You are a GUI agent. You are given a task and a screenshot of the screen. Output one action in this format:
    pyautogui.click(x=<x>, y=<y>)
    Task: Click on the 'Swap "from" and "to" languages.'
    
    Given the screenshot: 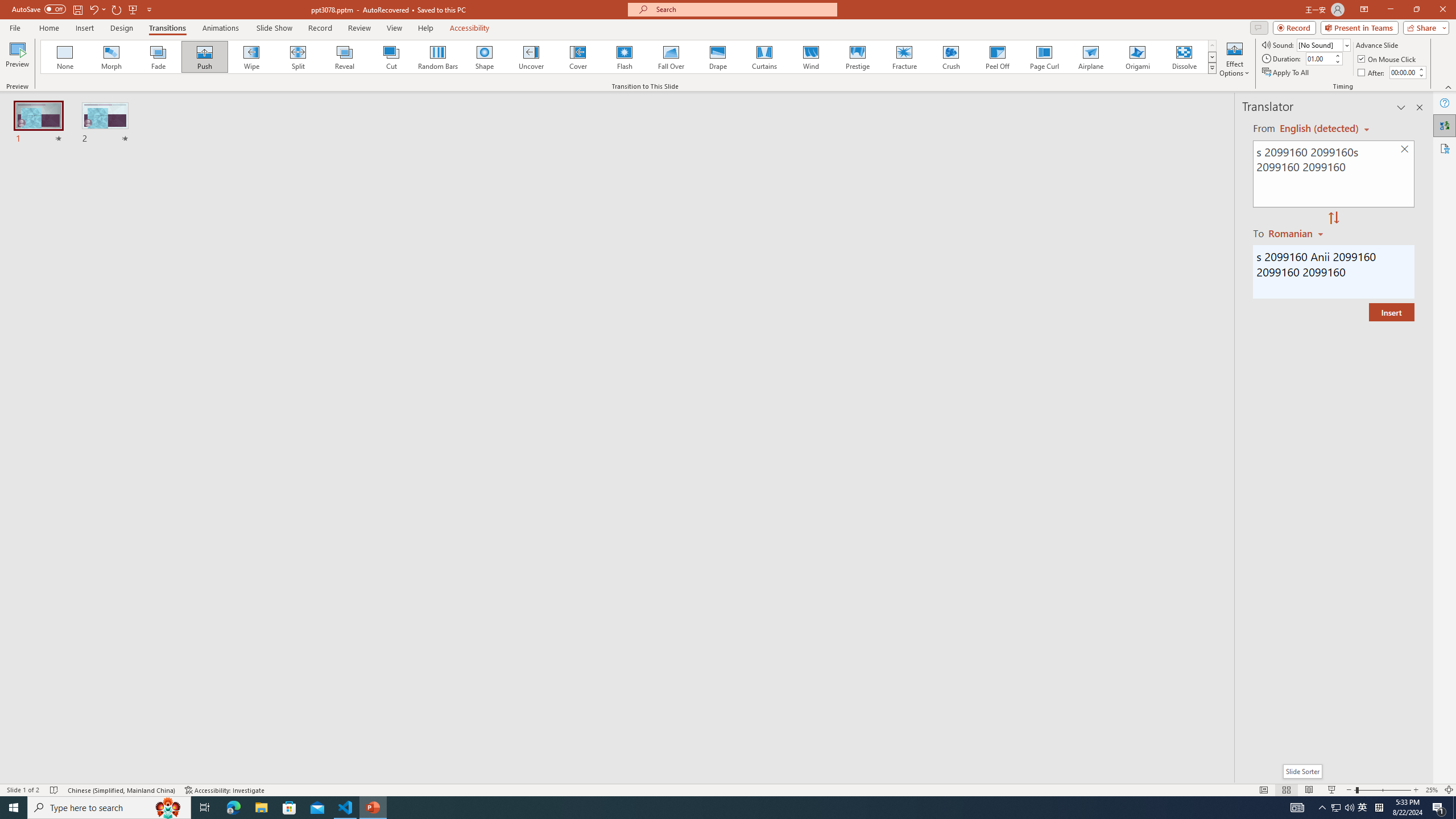 What is the action you would take?
    pyautogui.click(x=1333, y=218)
    